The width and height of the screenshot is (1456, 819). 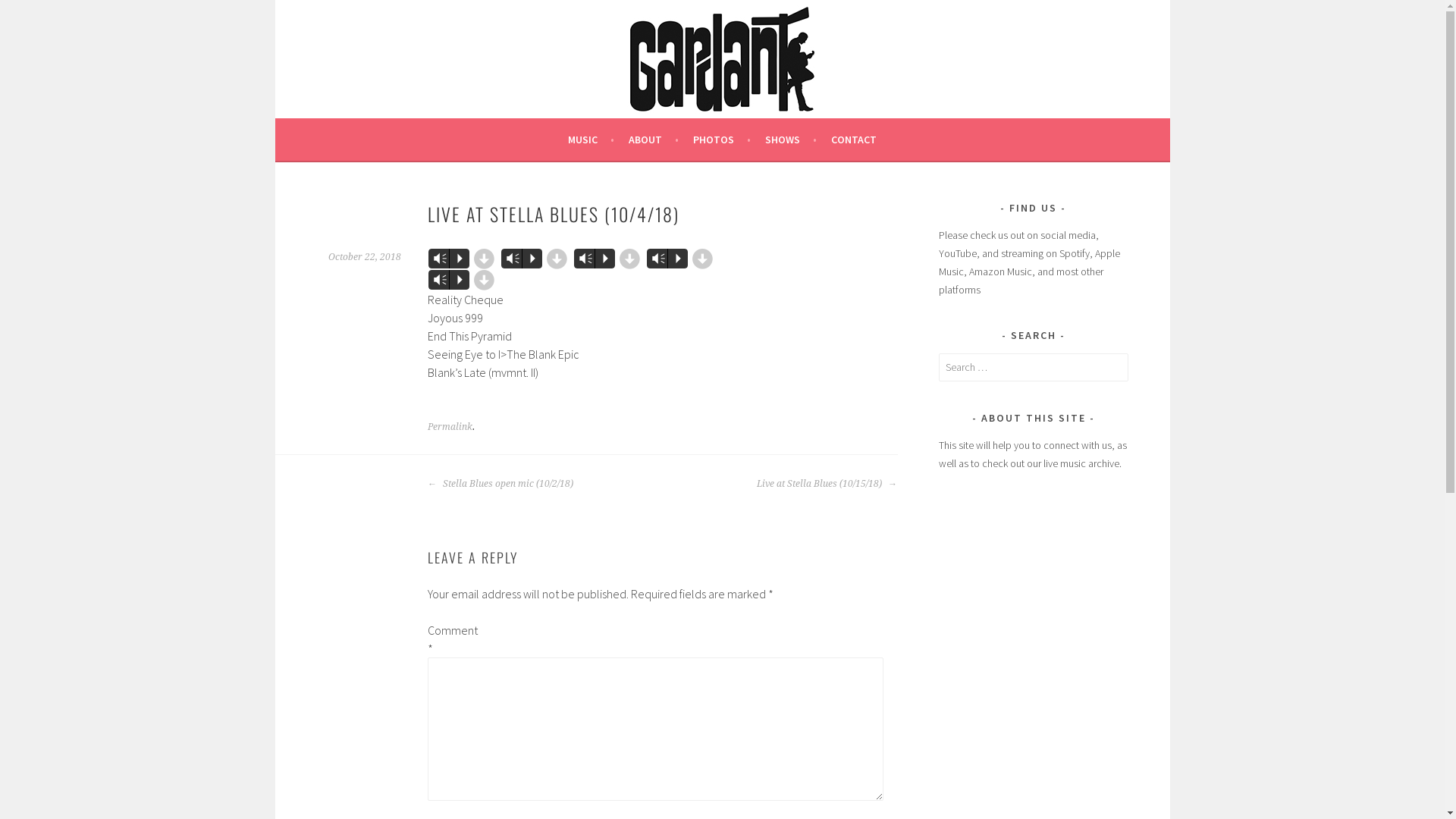 I want to click on 'MUSIC', so click(x=590, y=140).